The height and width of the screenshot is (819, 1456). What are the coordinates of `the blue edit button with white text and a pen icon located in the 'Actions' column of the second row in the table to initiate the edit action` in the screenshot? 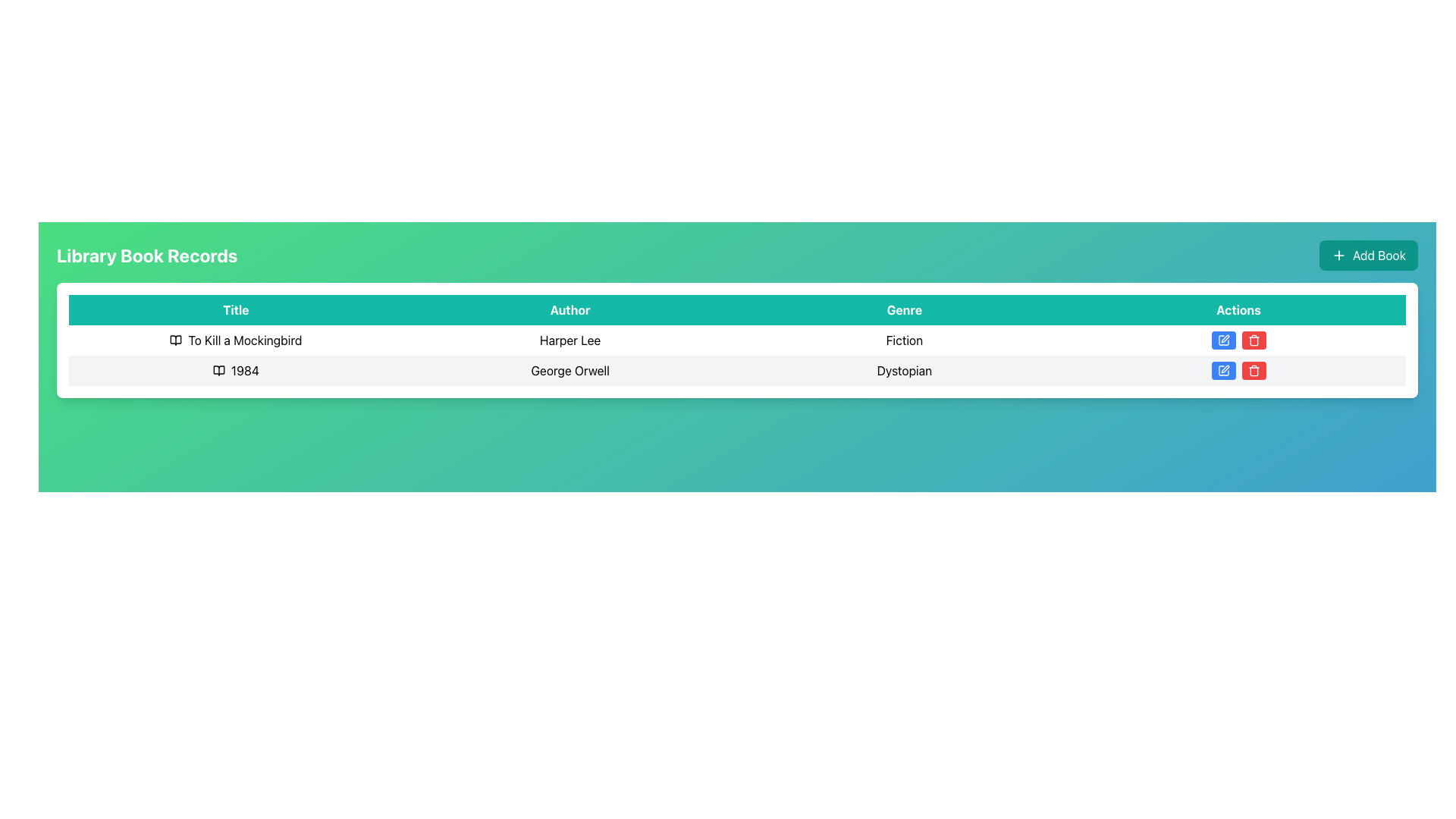 It's located at (1223, 339).